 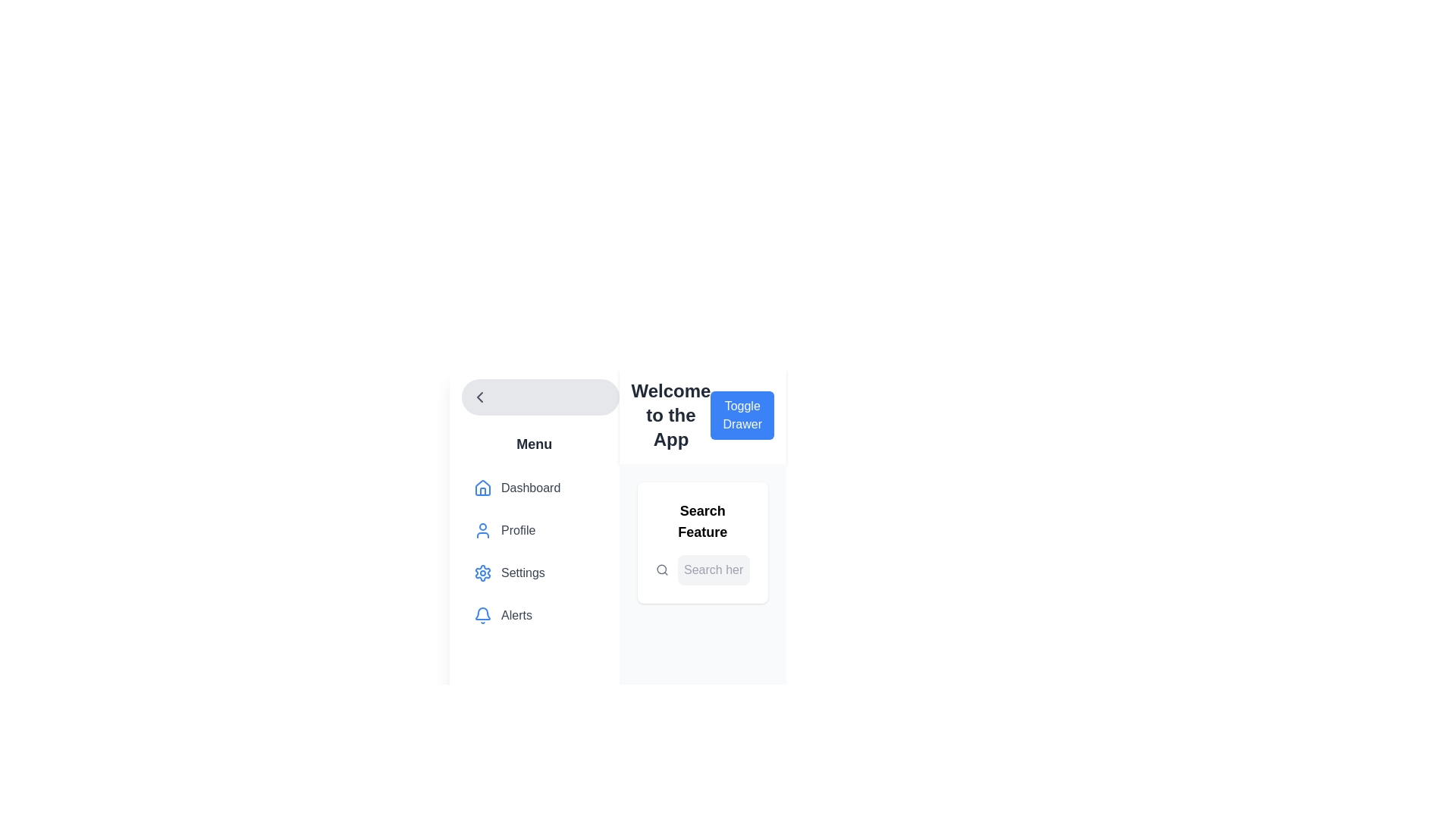 What do you see at coordinates (662, 570) in the screenshot?
I see `the magnifying glass icon, which is a common symbol for search functionality, to associate it with the nearby text input field labeled 'Search here...' as an intuitive cue for searching` at bounding box center [662, 570].